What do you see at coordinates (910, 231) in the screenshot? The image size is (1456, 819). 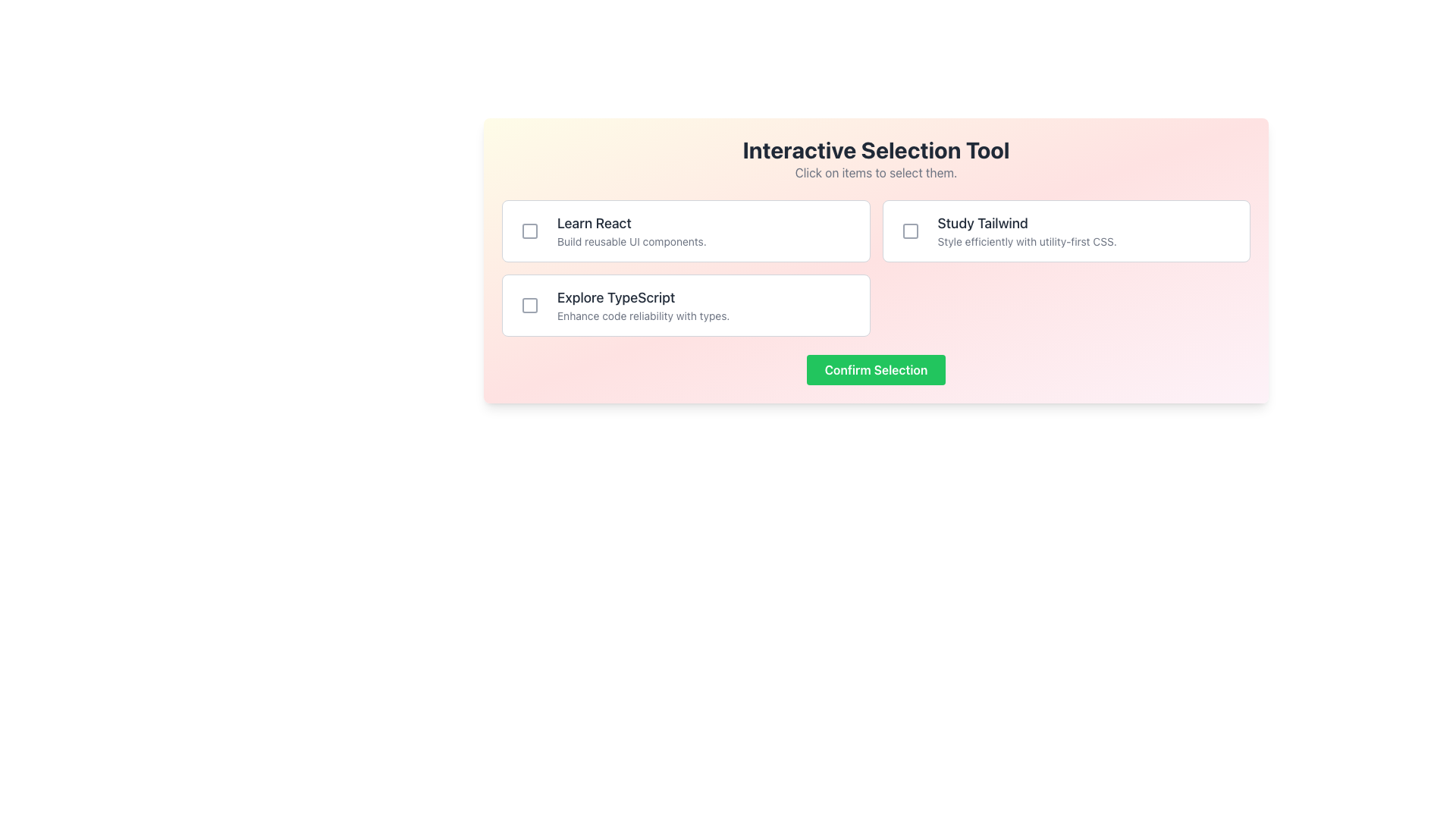 I see `the checkbox located in the top-left corner of the 'Study Tailwind' item box` at bounding box center [910, 231].